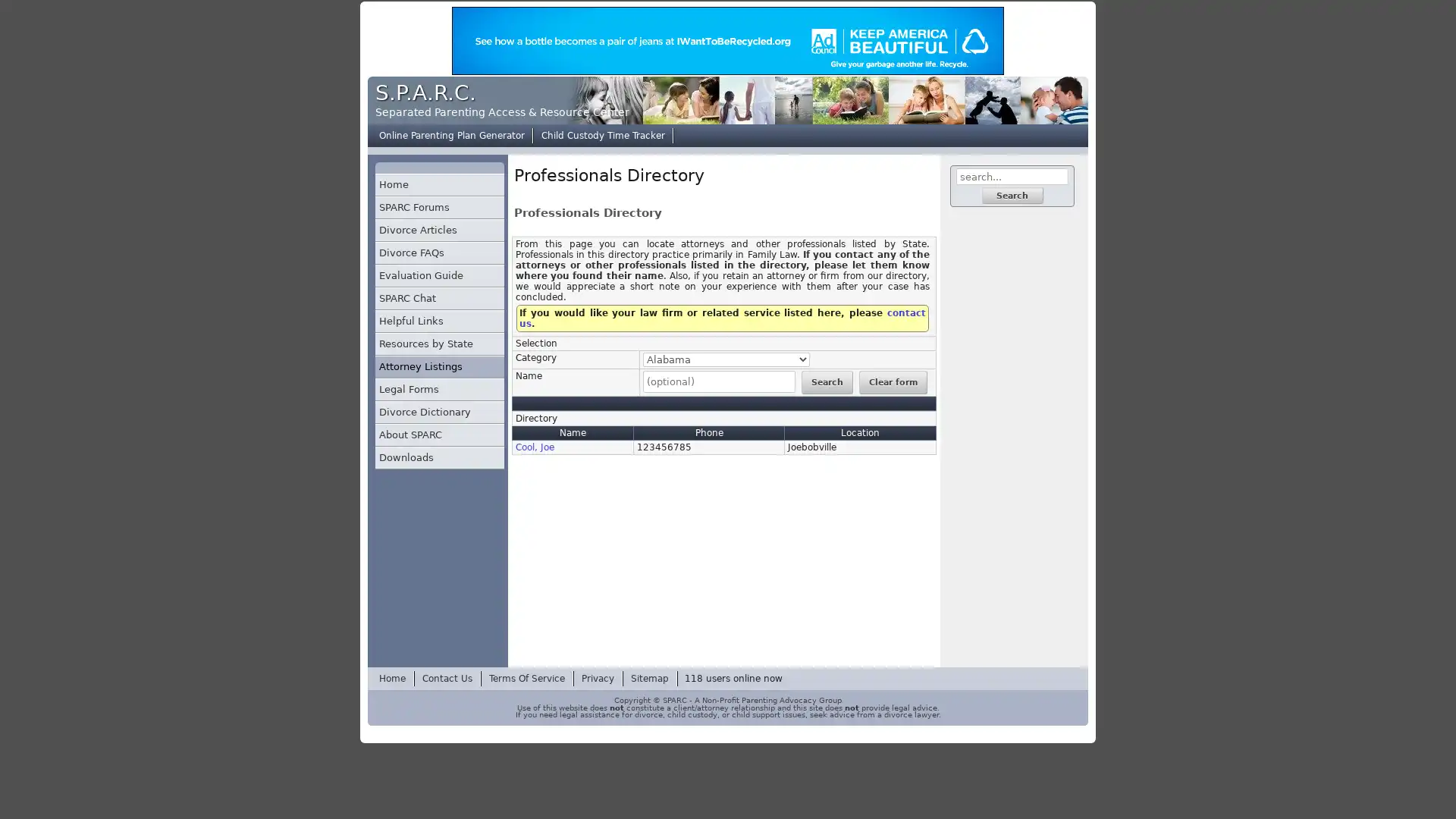  I want to click on Search, so click(825, 381).